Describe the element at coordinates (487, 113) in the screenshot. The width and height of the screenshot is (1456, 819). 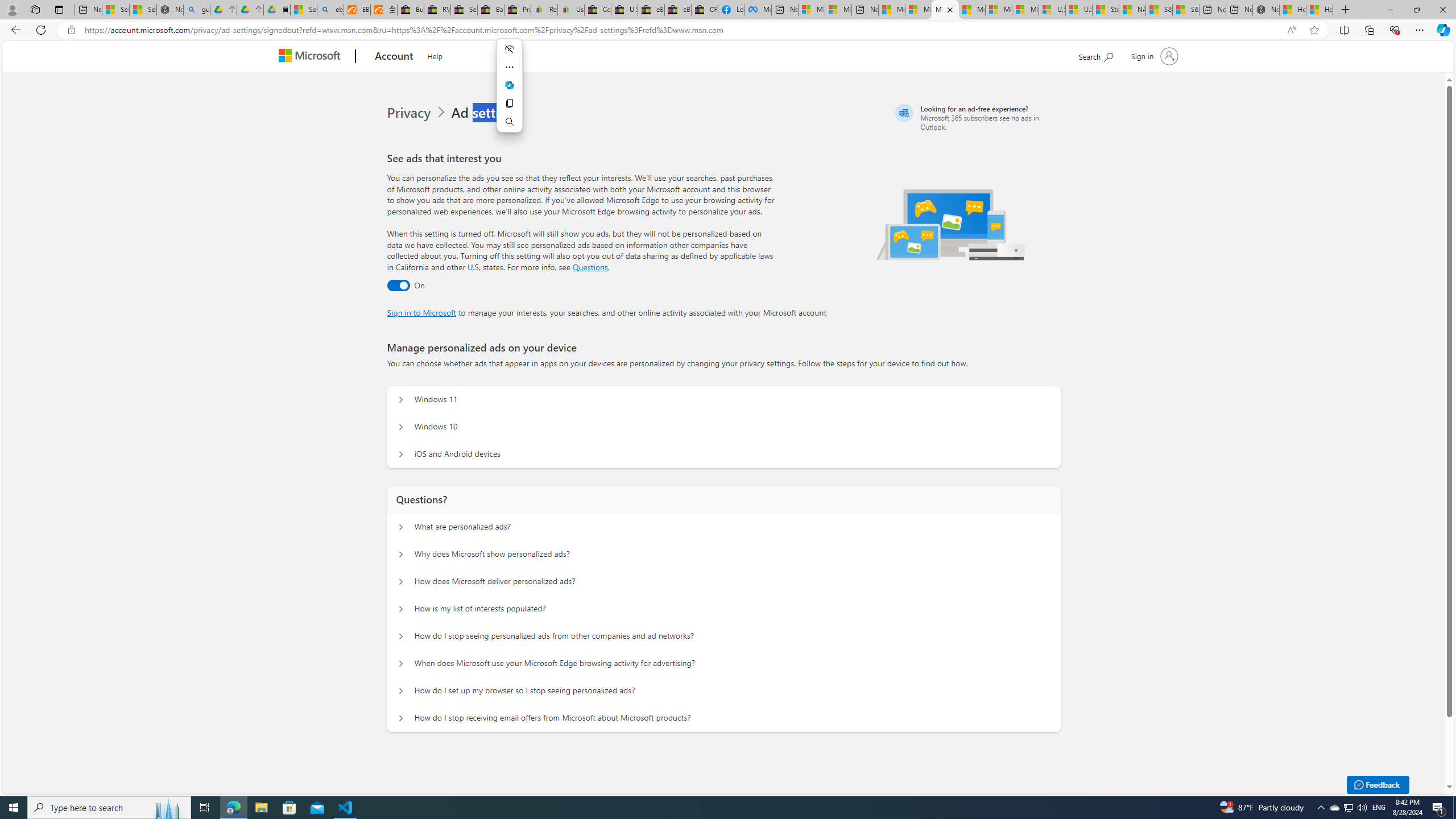
I see `'Ad settings'` at that location.